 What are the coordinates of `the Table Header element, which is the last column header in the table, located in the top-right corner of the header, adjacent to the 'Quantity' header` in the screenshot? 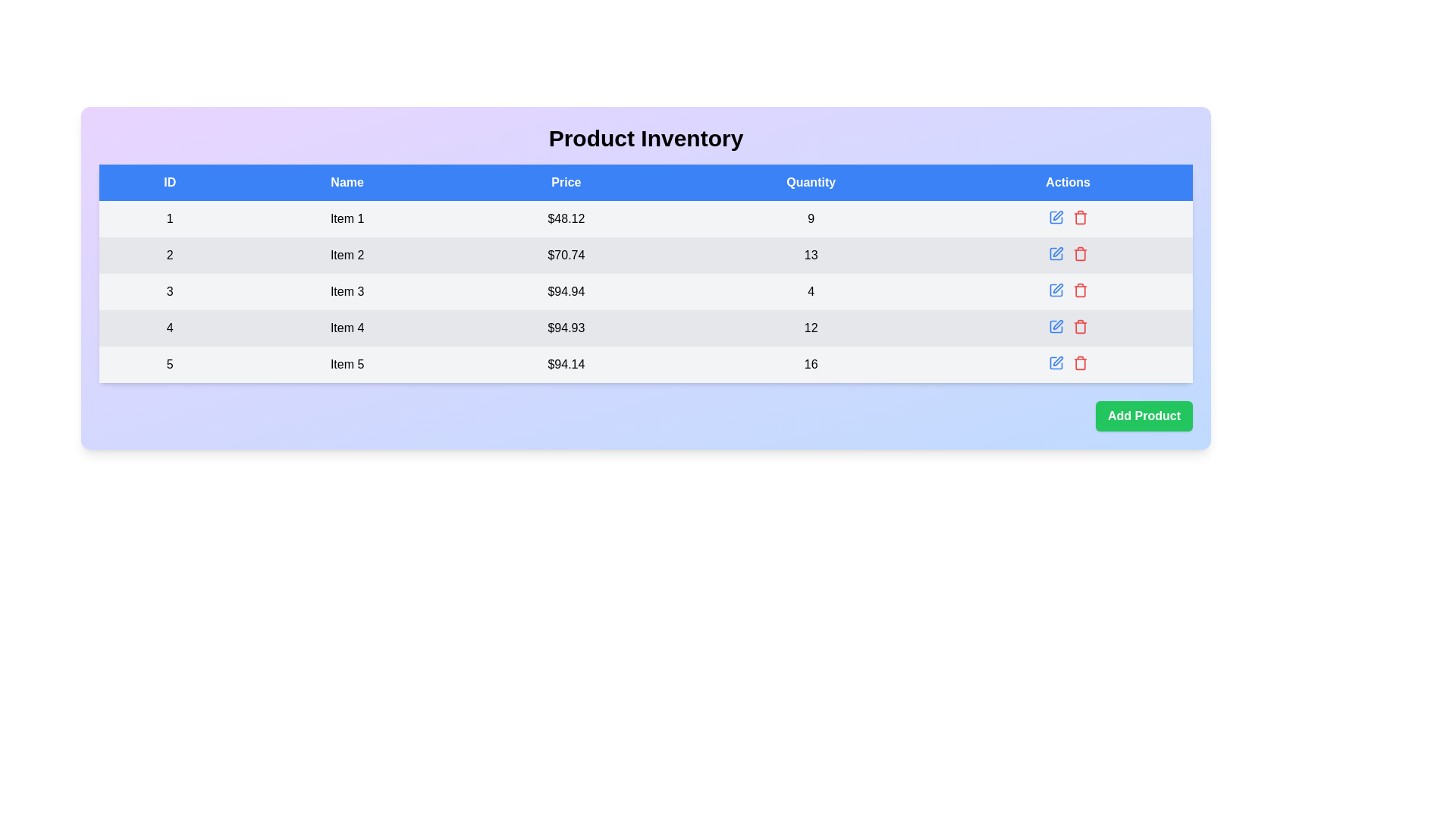 It's located at (1067, 181).